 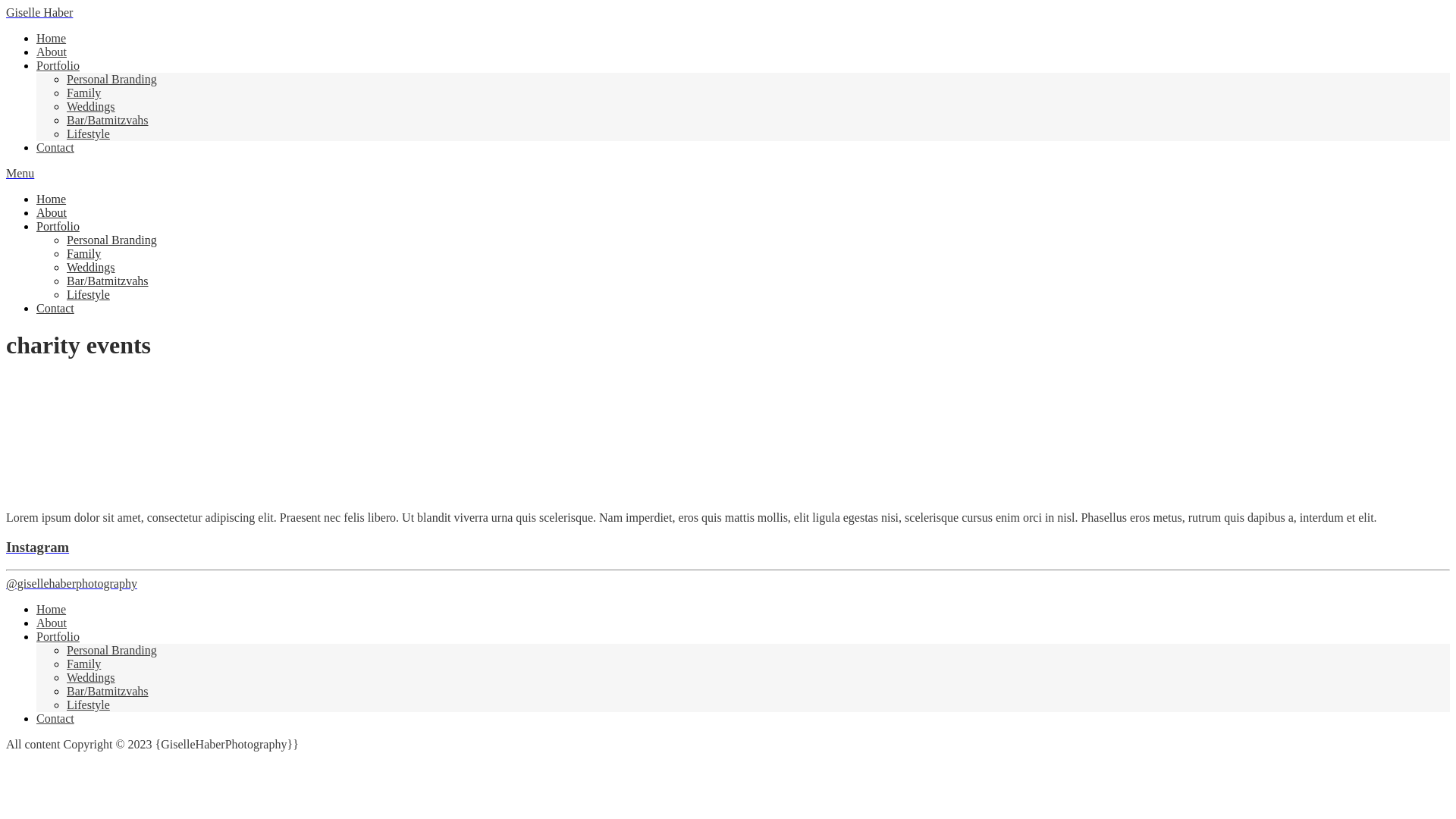 What do you see at coordinates (58, 226) in the screenshot?
I see `'Portfolio'` at bounding box center [58, 226].